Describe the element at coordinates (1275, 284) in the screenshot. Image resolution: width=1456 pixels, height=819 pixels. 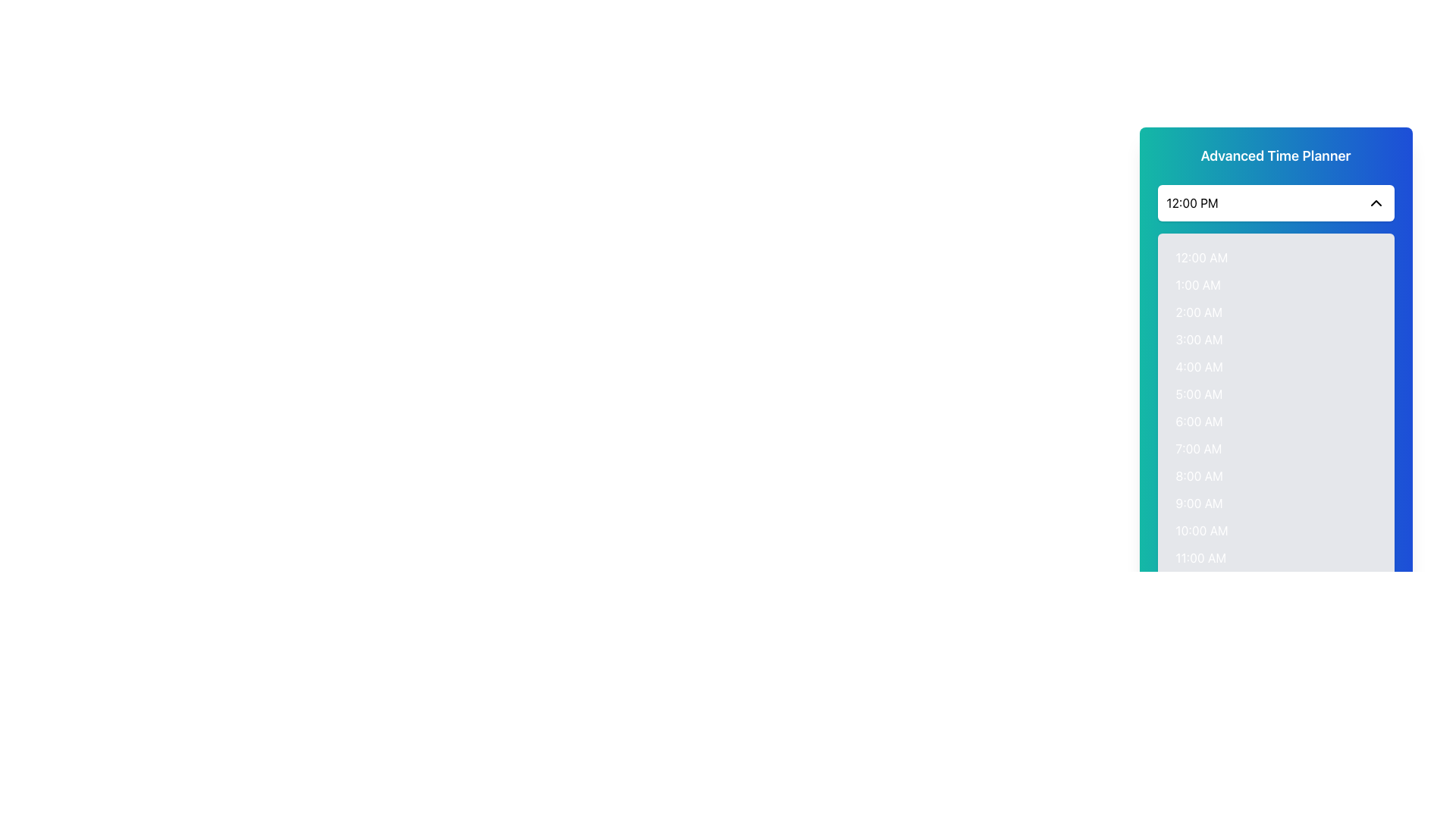
I see `keyboard navigation` at that location.